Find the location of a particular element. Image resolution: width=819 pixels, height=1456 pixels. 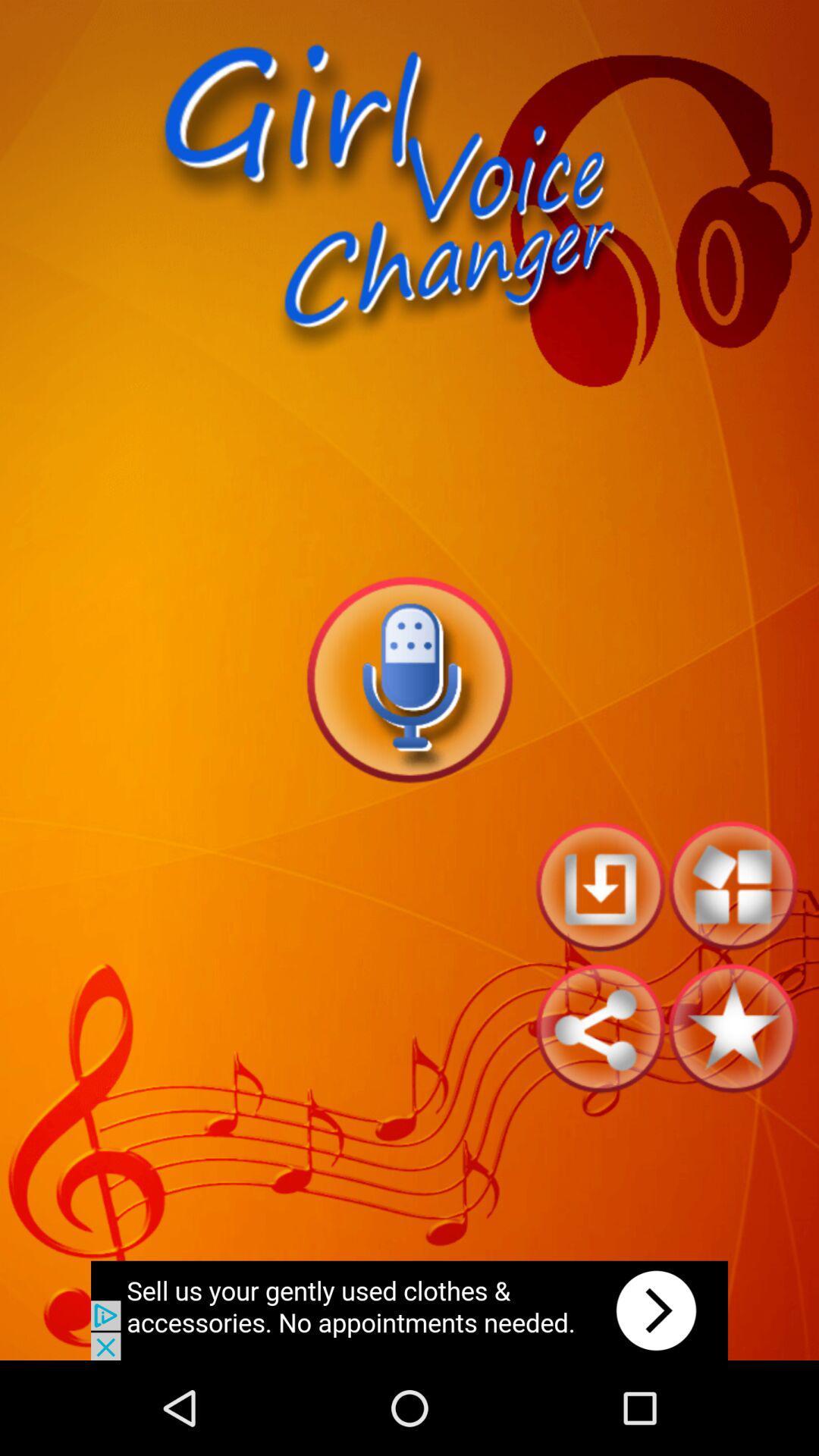

switch recording option is located at coordinates (408, 679).